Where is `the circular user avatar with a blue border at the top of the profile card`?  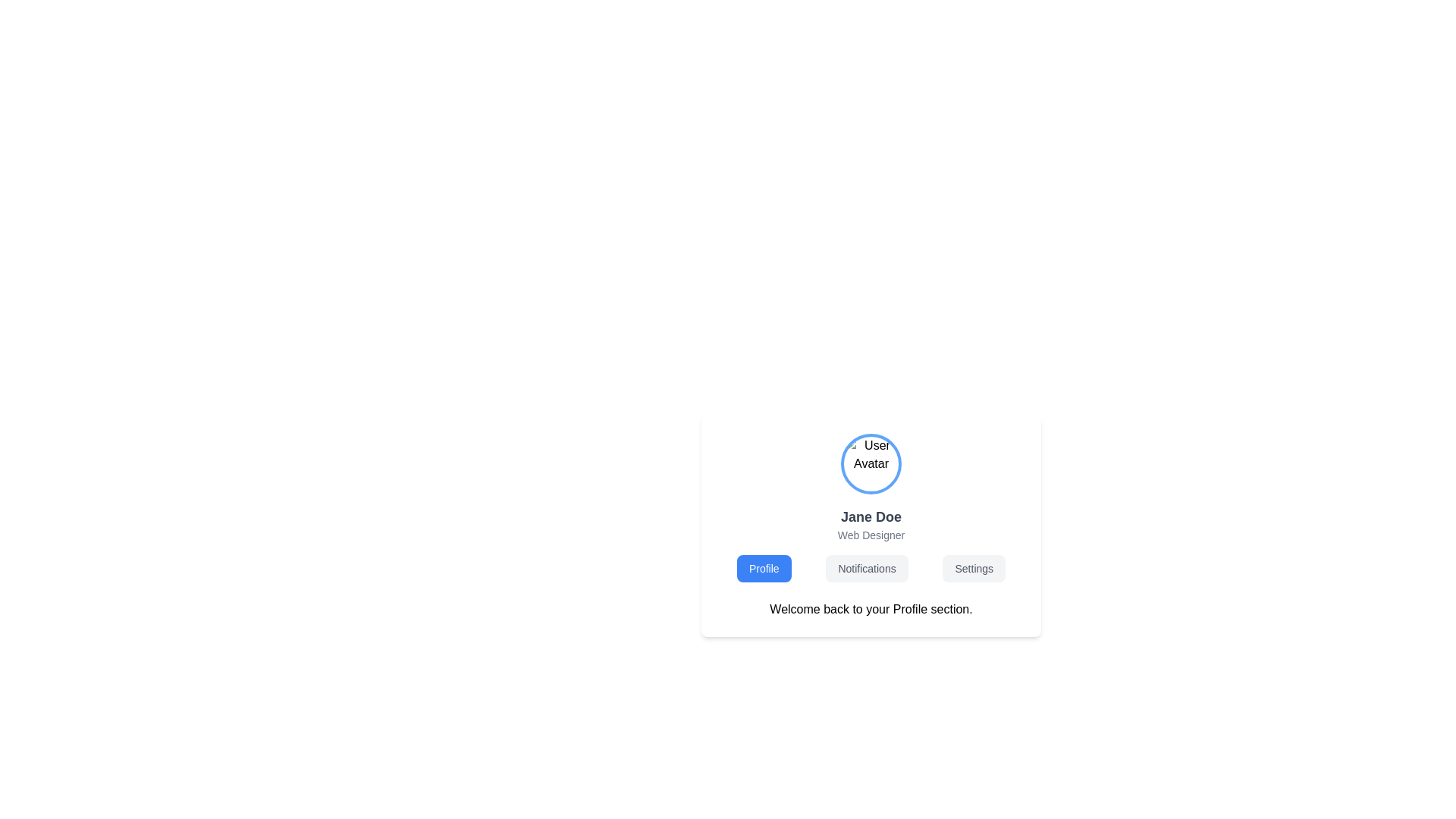
the circular user avatar with a blue border at the top of the profile card is located at coordinates (871, 463).